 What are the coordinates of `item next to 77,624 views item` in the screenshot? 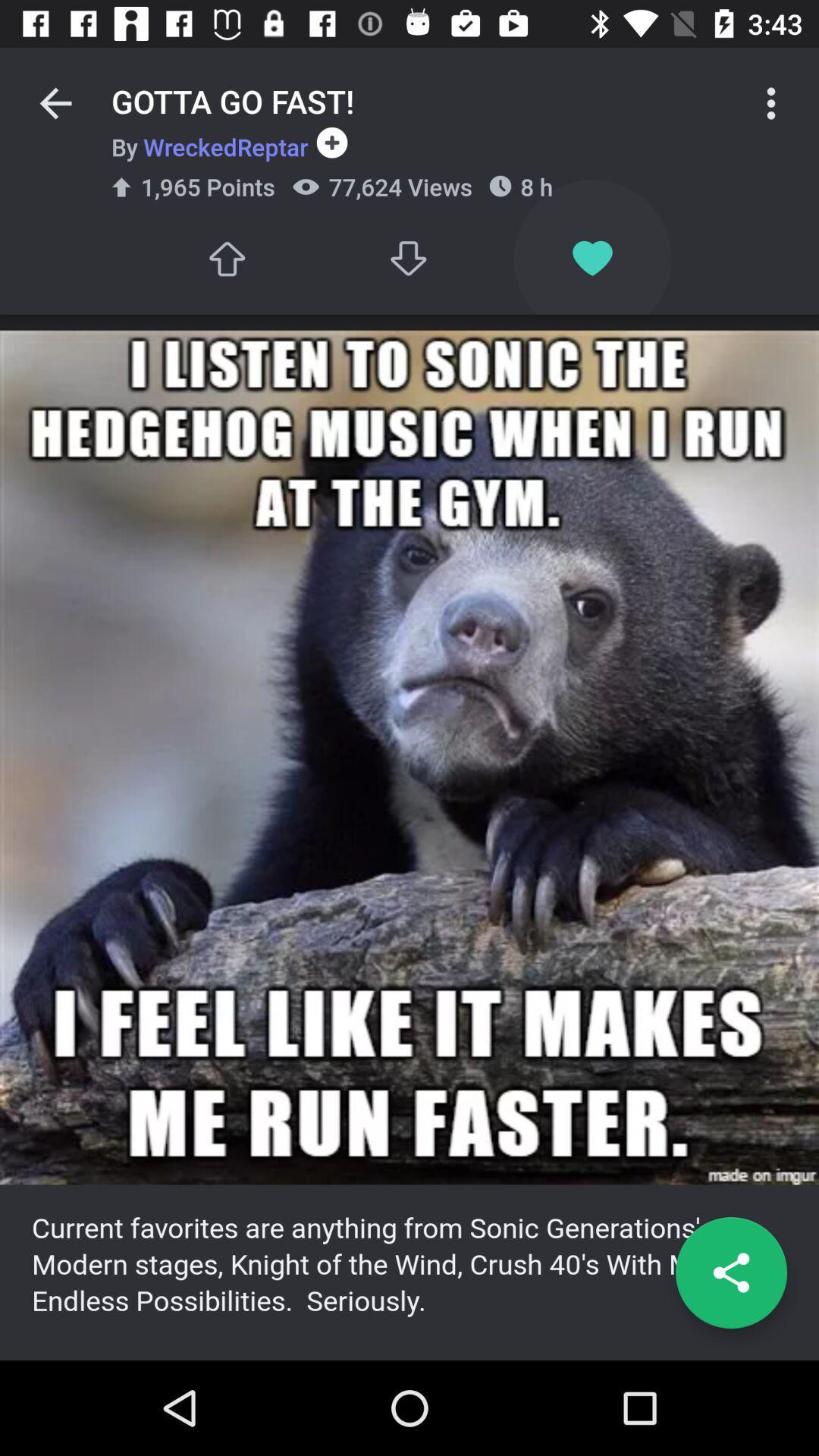 It's located at (591, 259).